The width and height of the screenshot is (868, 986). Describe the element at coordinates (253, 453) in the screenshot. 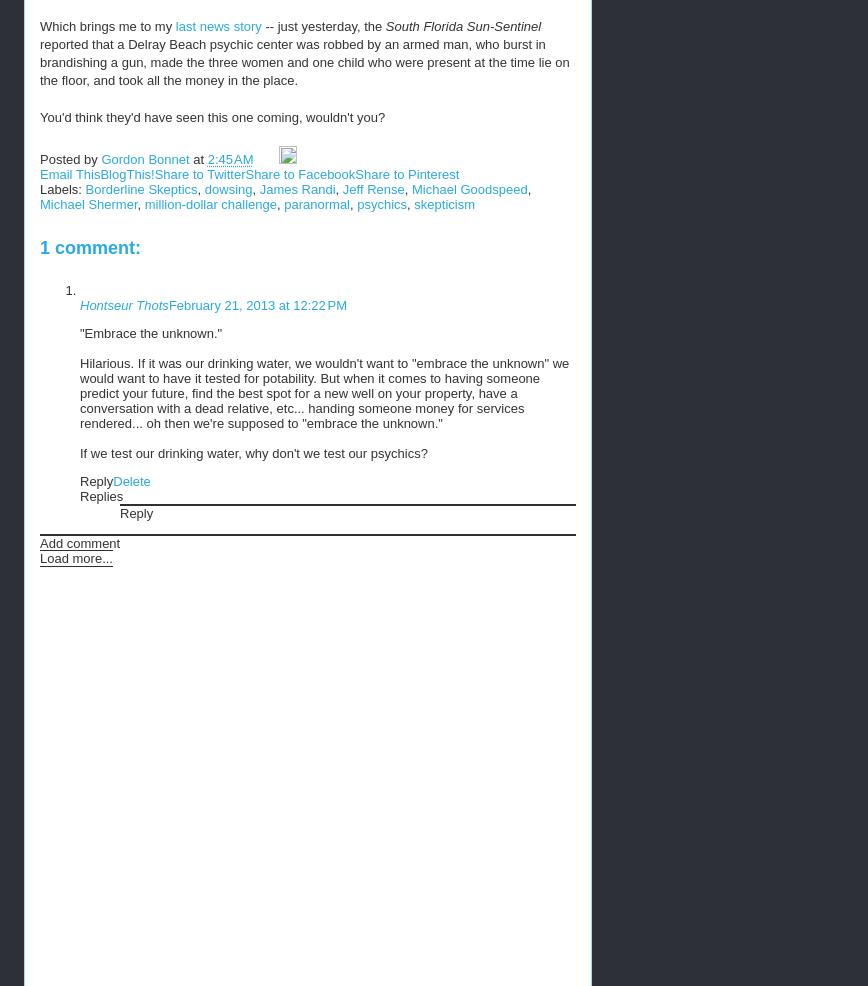

I see `'If we test our drinking water, why don't we test our psychics?'` at that location.